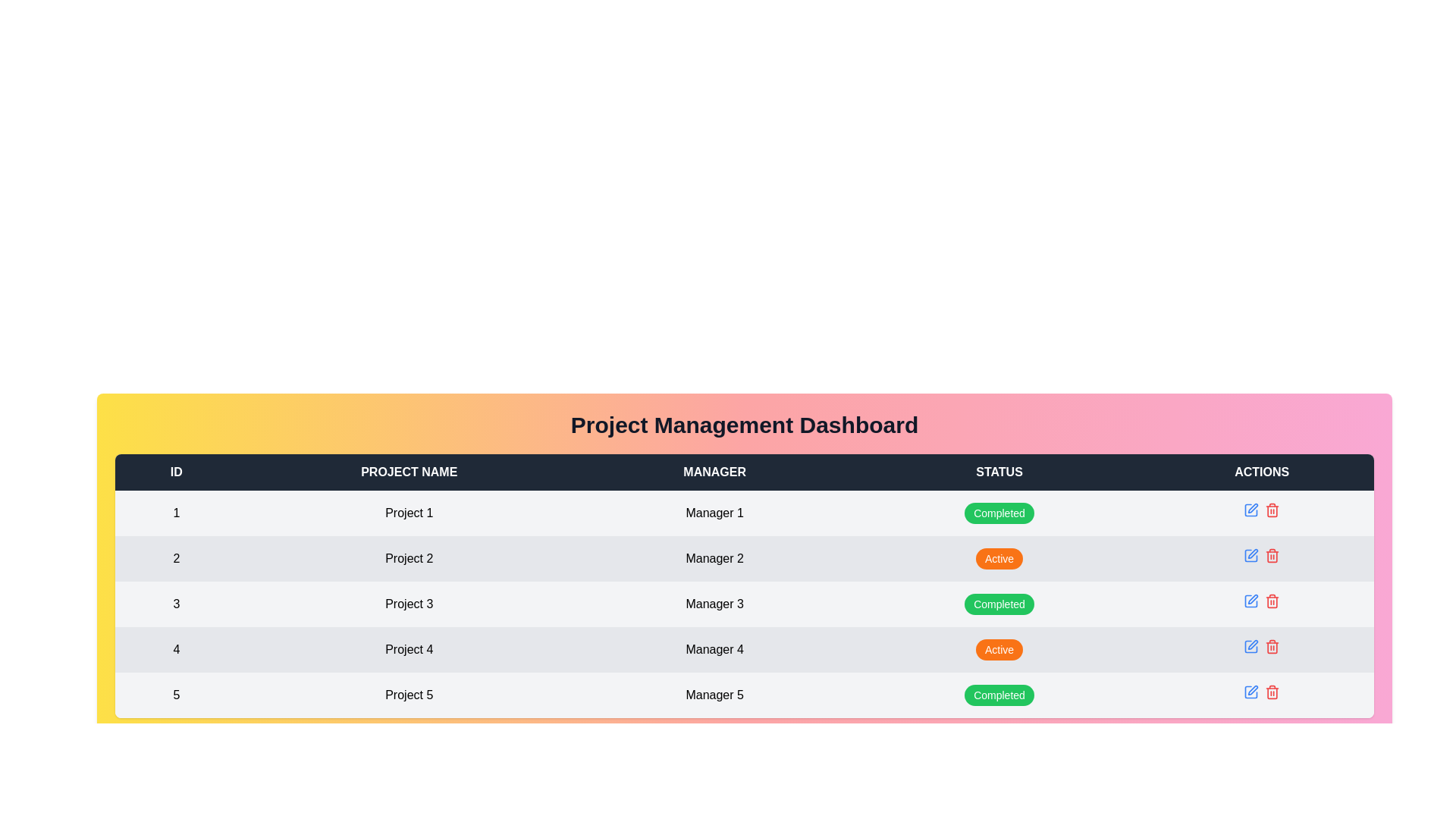  I want to click on the status of the active item indicated by the Status Label located in the 'STATUS' column of the second row, next to 'Manager 2', so click(999, 558).